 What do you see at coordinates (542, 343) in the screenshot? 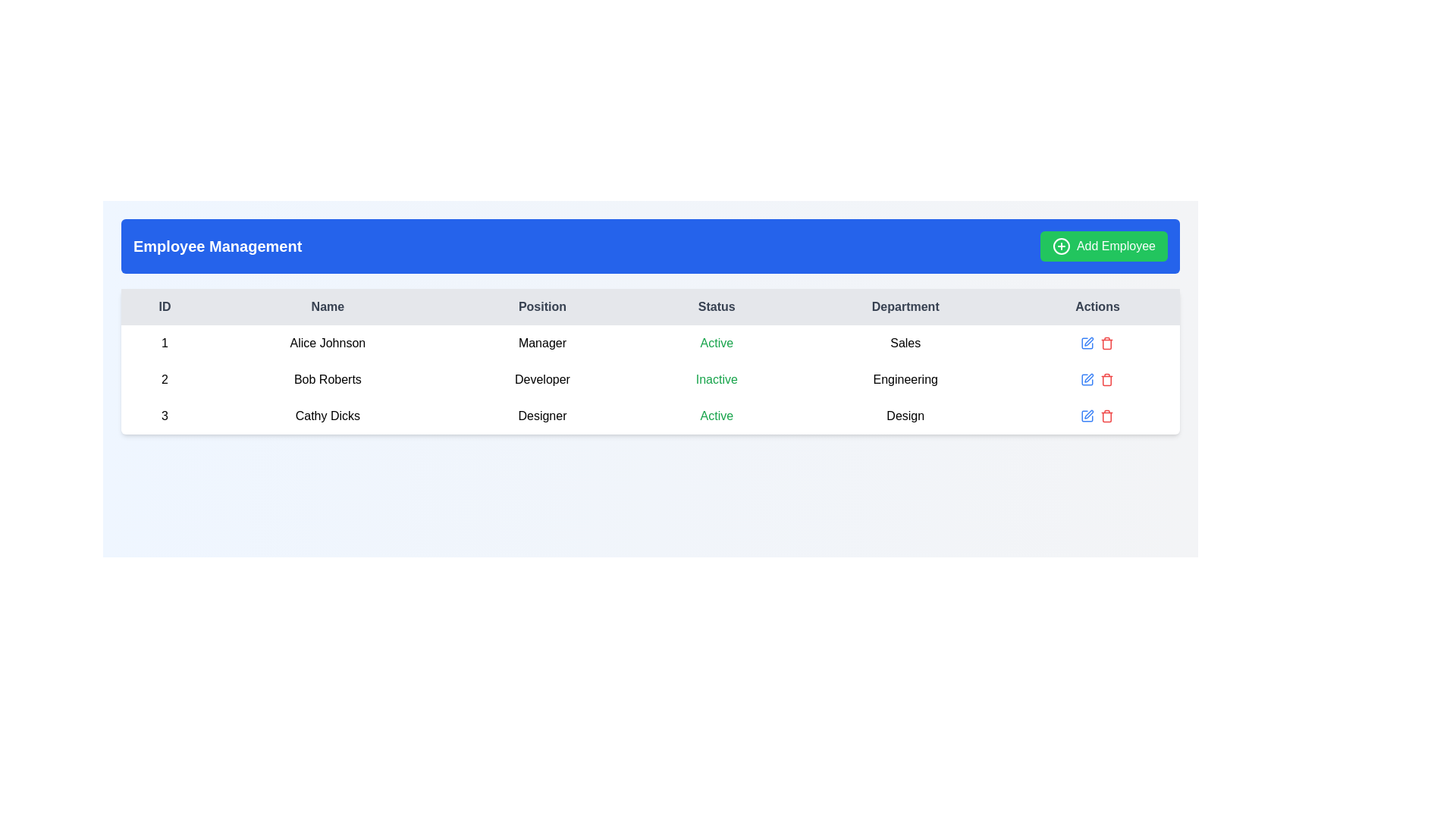
I see `the text label displaying 'Manager' located in the second row of the table under the 'Position' column, which is the third column from the left associated with 'Alice Johnson'` at bounding box center [542, 343].